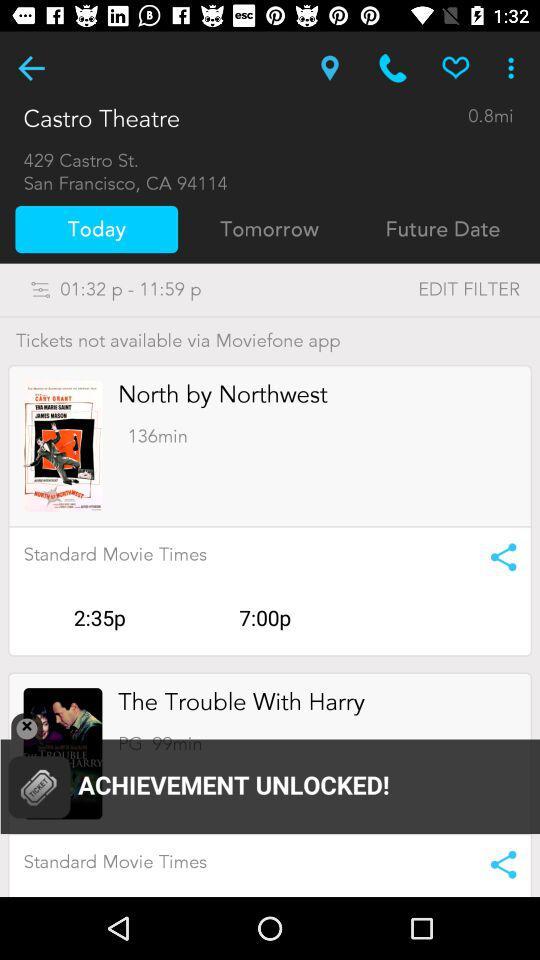  What do you see at coordinates (30, 68) in the screenshot?
I see `the previous page` at bounding box center [30, 68].